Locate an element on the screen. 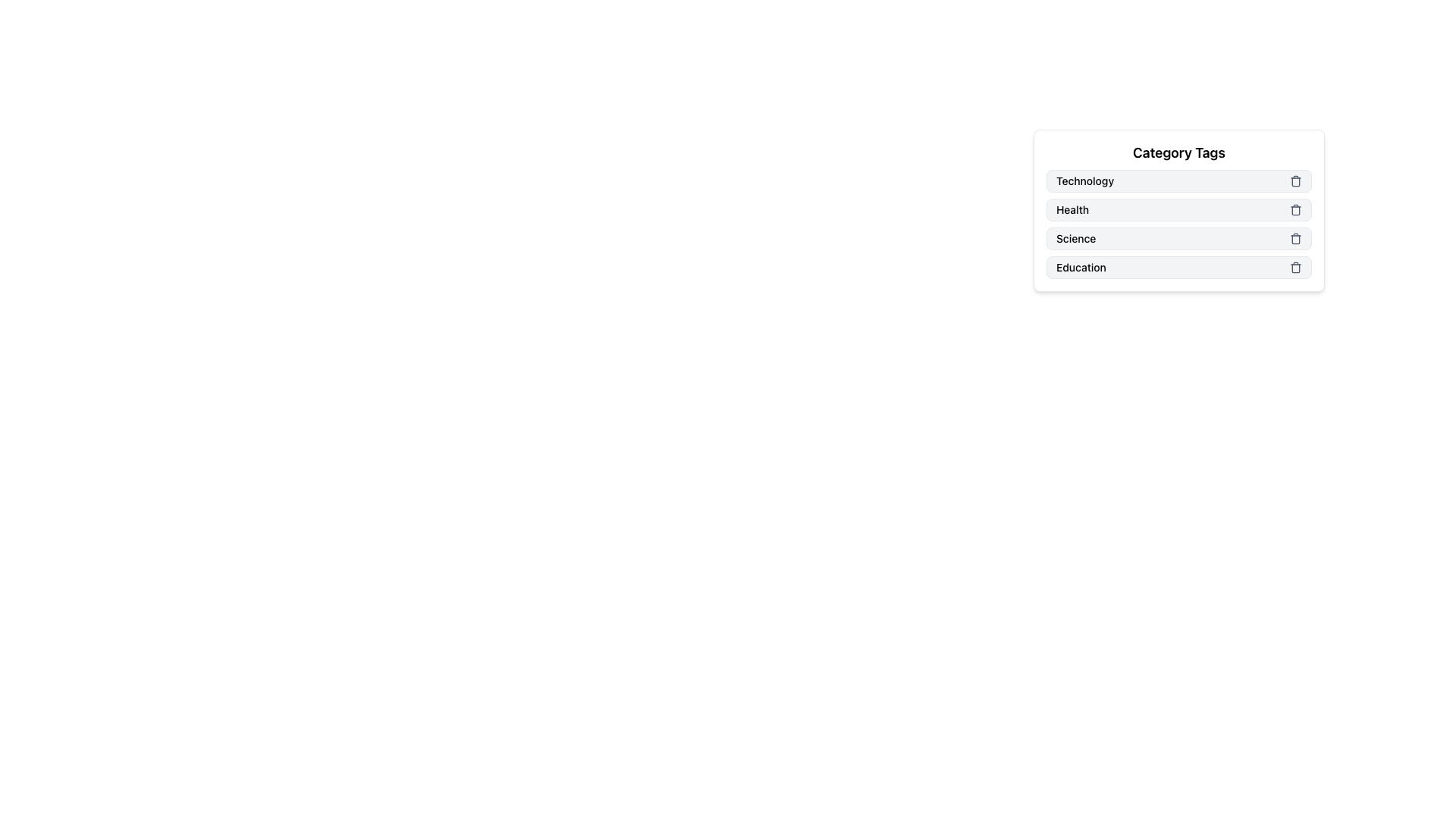  the 'Science' text label in the 'Category Tags' section is located at coordinates (1075, 239).